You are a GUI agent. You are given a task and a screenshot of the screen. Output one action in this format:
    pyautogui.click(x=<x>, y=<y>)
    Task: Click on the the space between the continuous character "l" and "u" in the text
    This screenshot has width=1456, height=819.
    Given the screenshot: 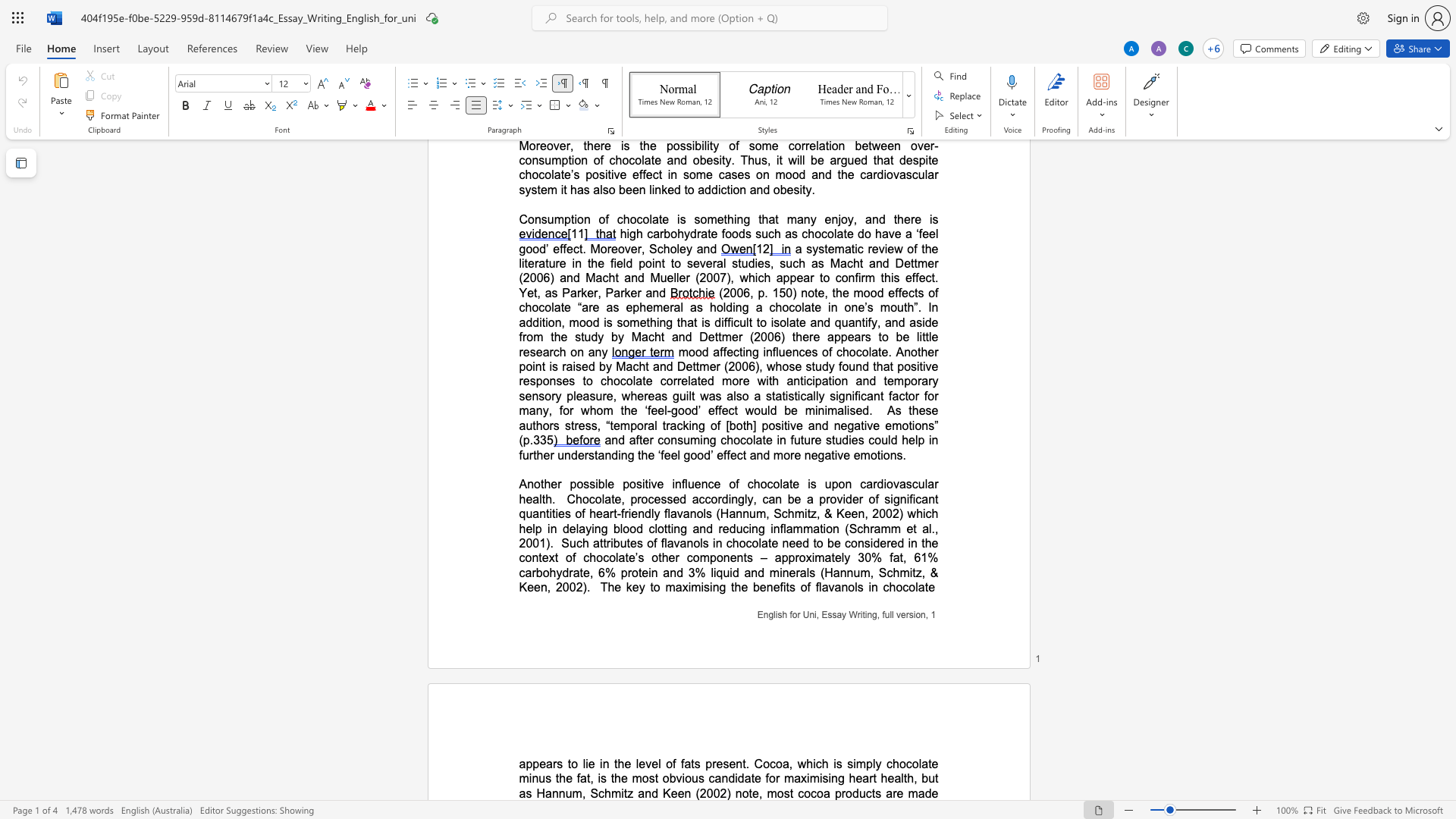 What is the action you would take?
    pyautogui.click(x=688, y=484)
    